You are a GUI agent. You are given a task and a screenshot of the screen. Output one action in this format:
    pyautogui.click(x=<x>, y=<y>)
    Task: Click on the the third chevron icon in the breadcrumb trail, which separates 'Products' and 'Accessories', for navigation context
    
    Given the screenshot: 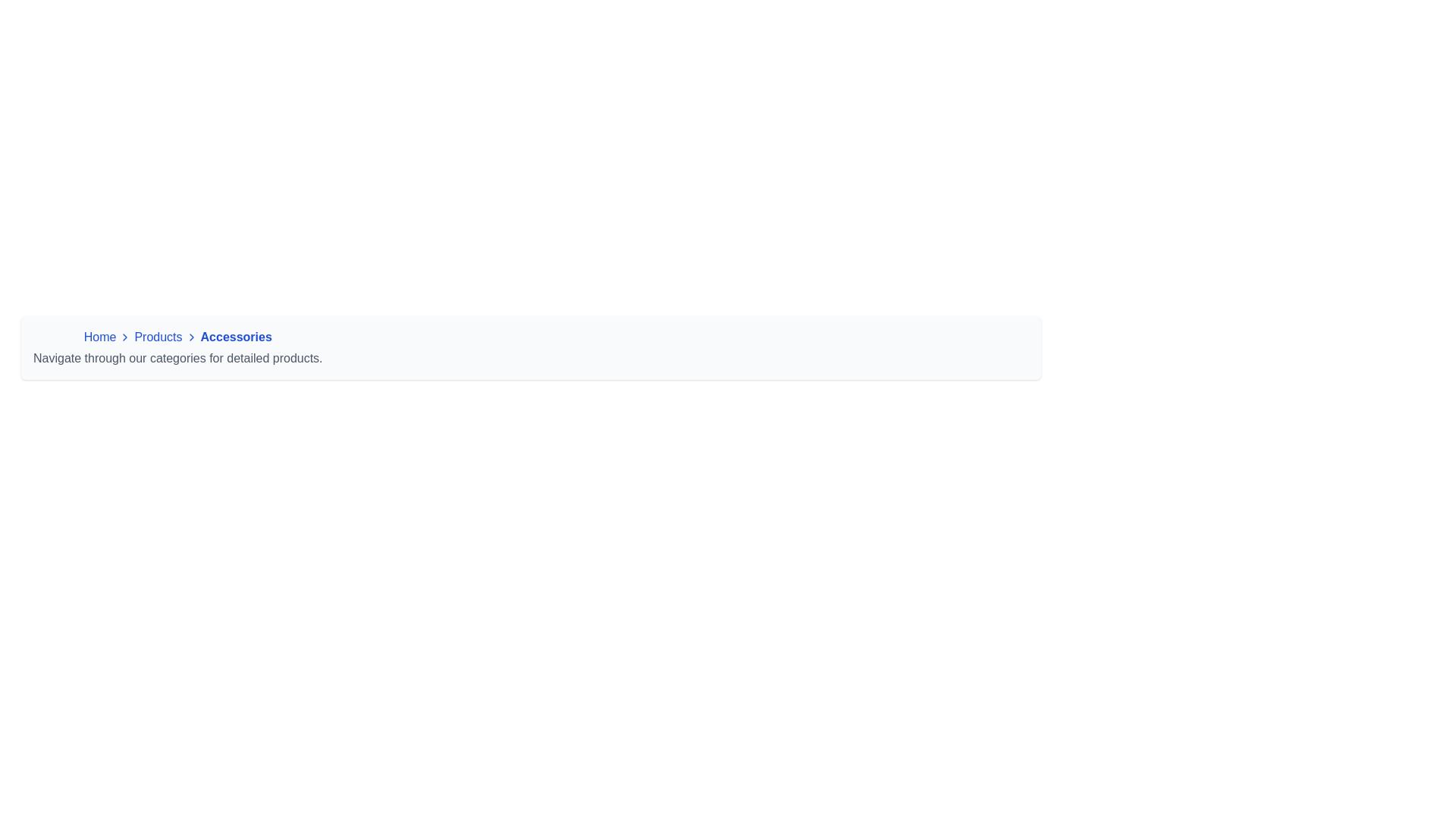 What is the action you would take?
    pyautogui.click(x=190, y=336)
    